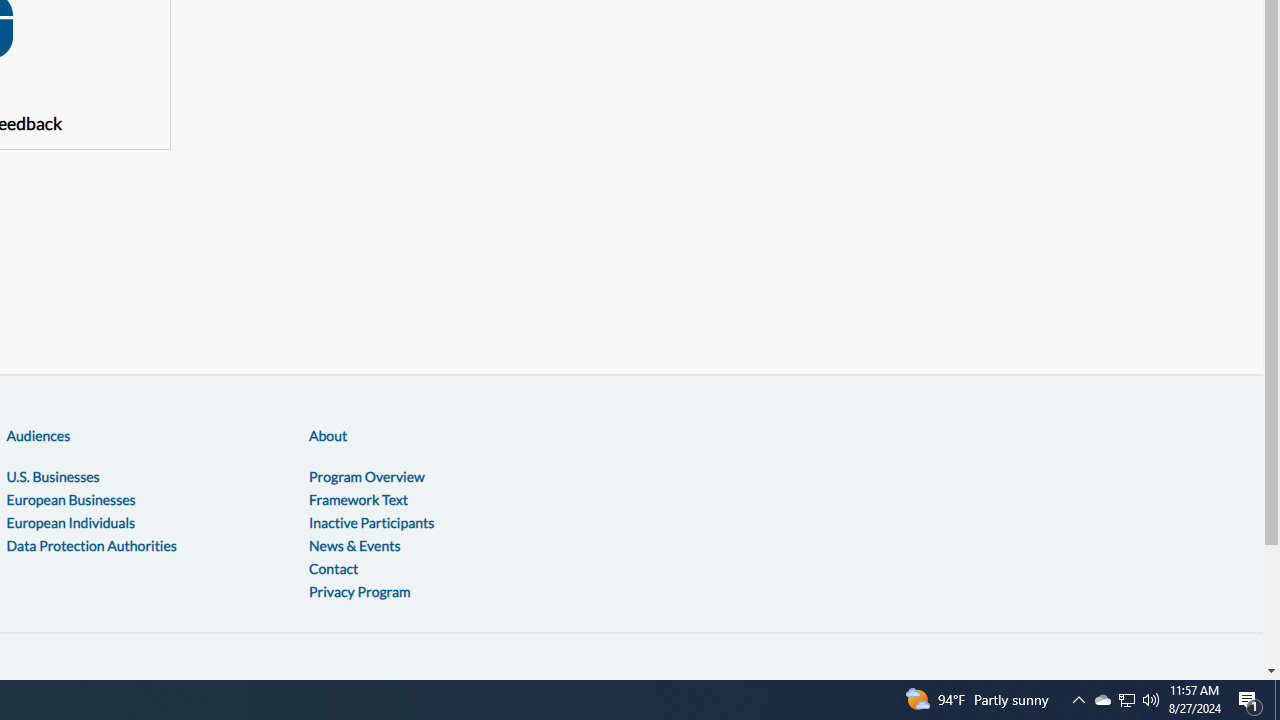 The image size is (1280, 720). I want to click on 'News & Events', so click(354, 544).